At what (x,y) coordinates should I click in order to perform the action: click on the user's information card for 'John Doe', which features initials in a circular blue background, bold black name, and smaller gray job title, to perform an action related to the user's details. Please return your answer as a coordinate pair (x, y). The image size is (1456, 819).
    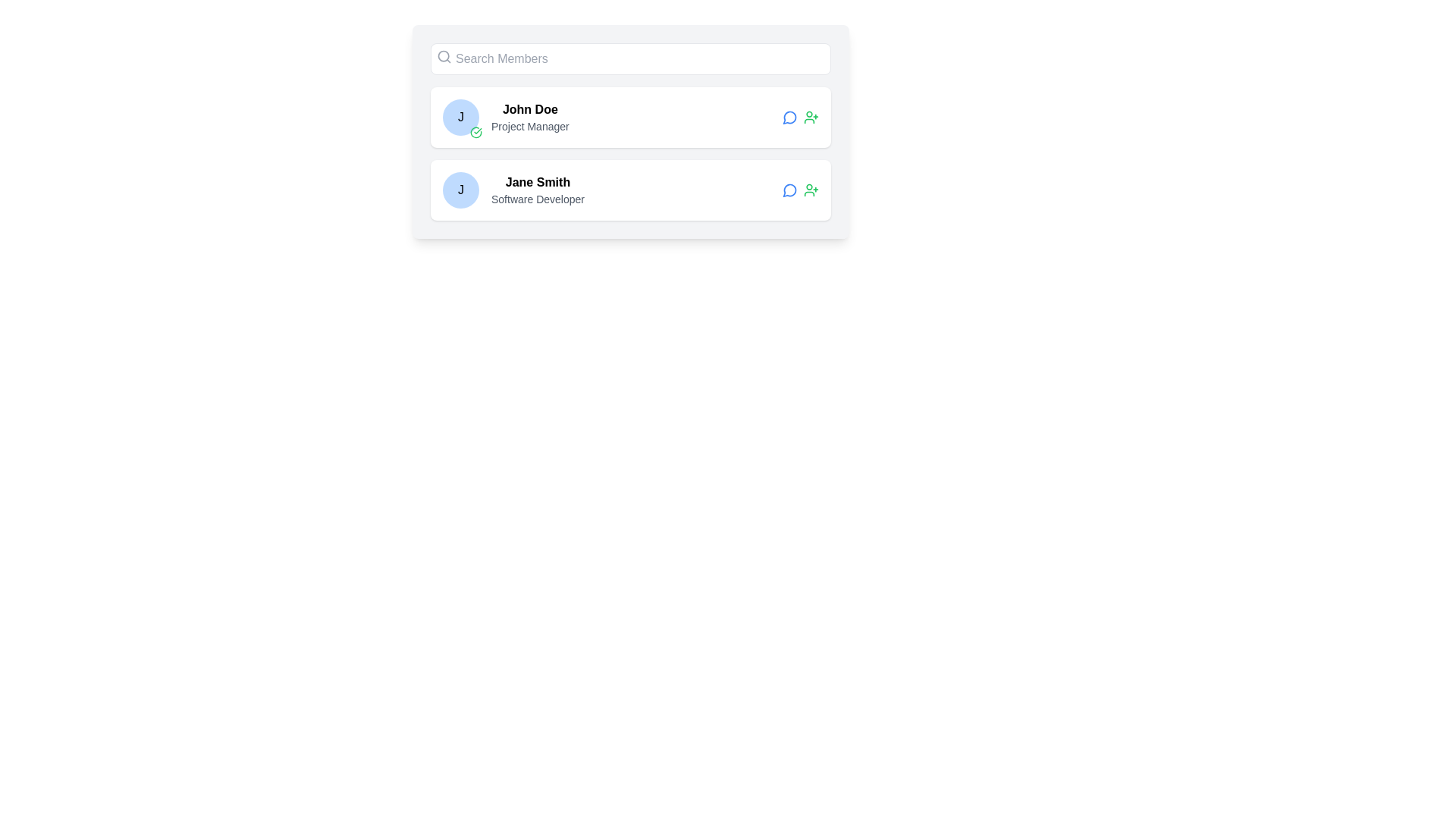
    Looking at the image, I should click on (506, 116).